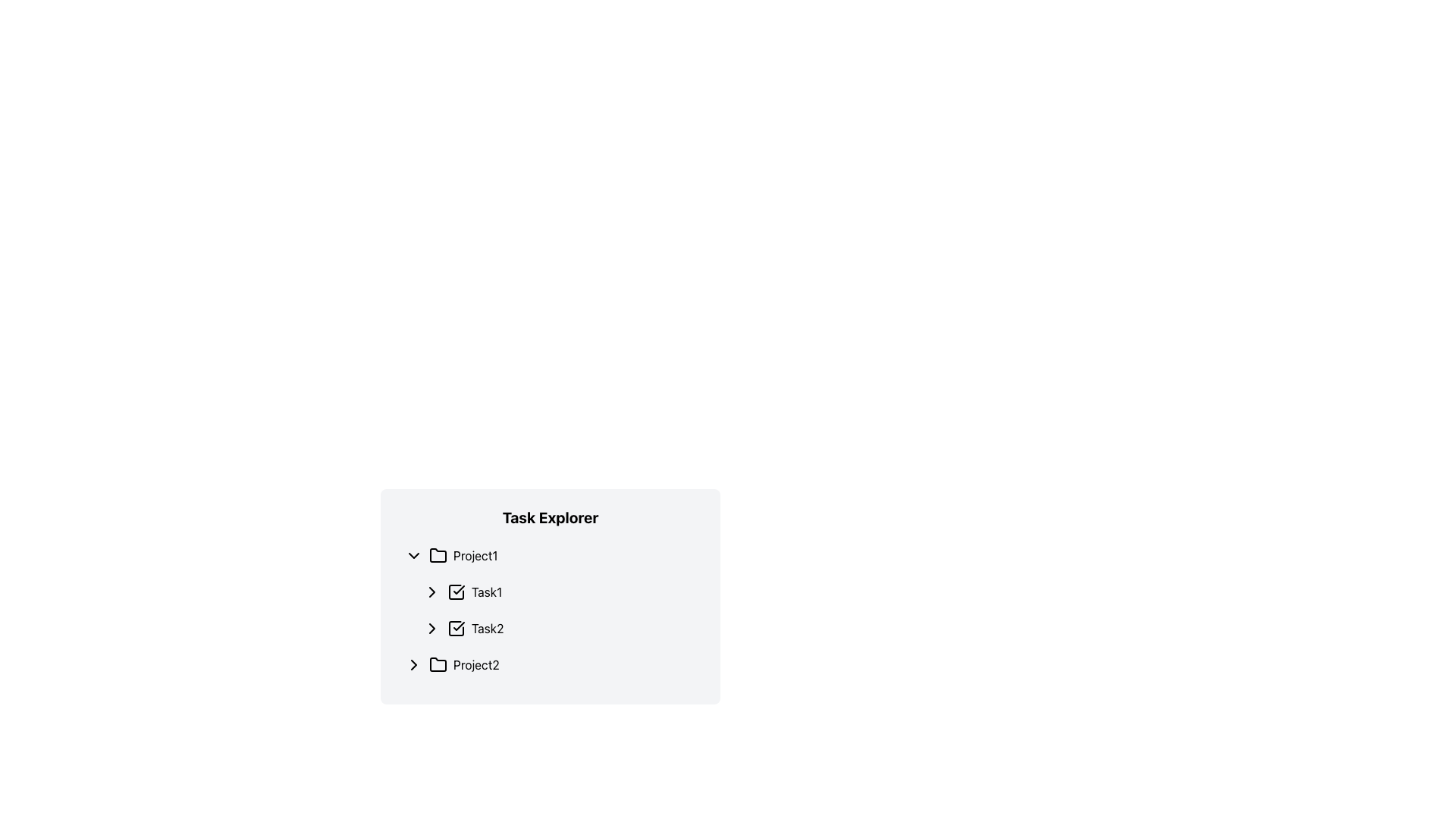 Image resolution: width=1456 pixels, height=819 pixels. Describe the element at coordinates (455, 591) in the screenshot. I see `on the minimalistic square-shaped checkbox with a checkmark inside it, located next` at that location.